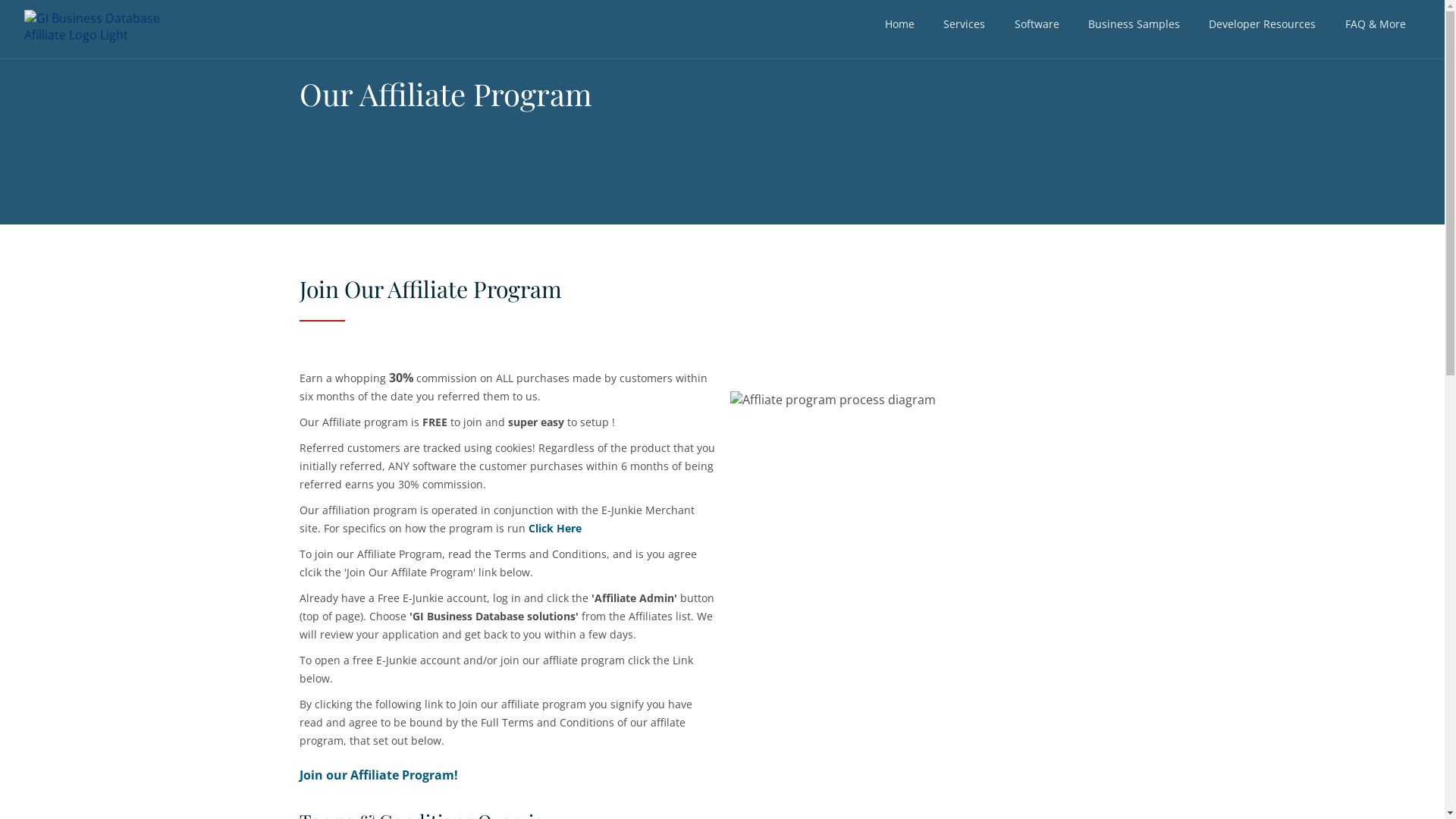  What do you see at coordinates (1262, 24) in the screenshot?
I see `'Developer Resources'` at bounding box center [1262, 24].